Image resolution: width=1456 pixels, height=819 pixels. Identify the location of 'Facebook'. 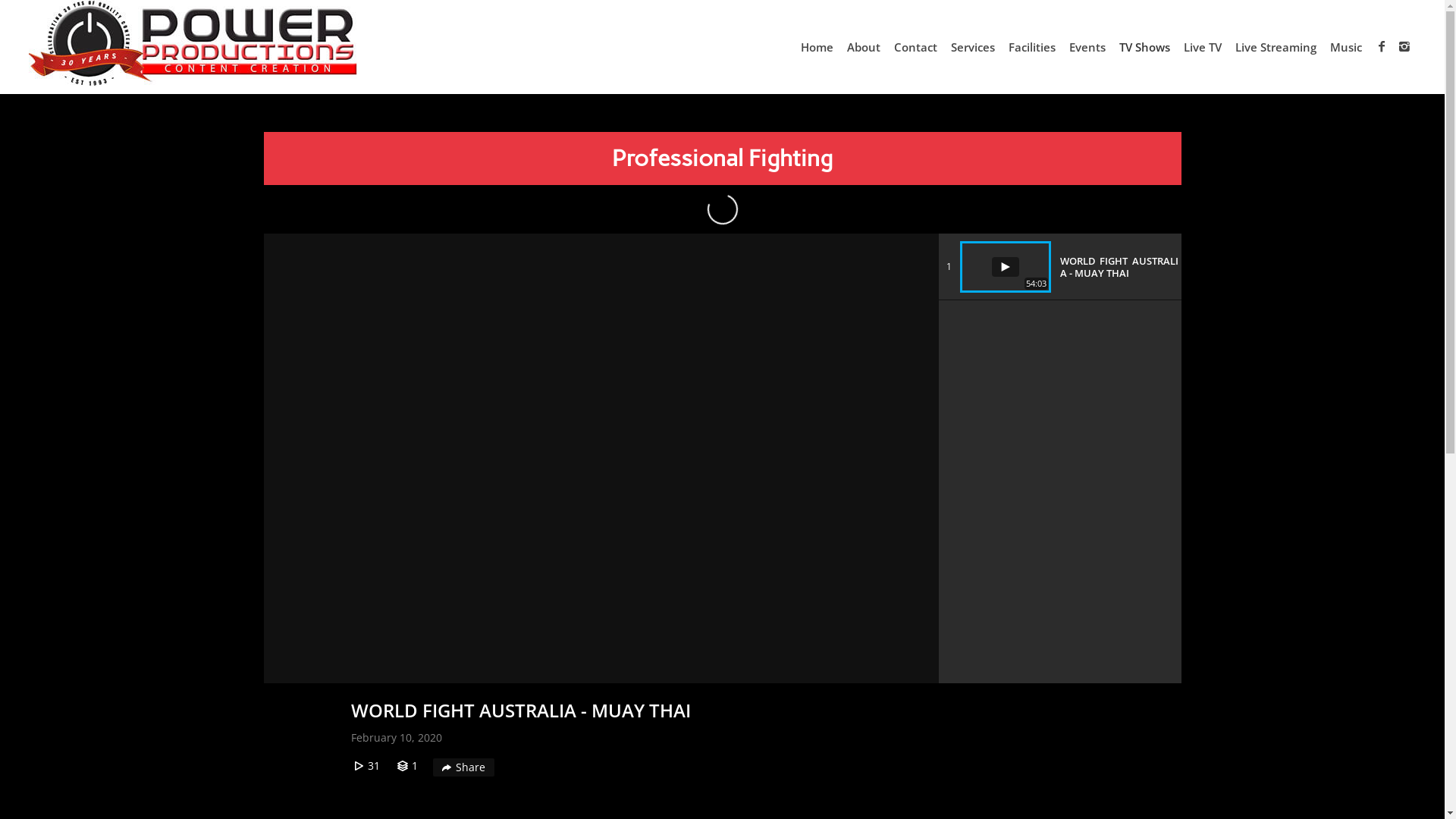
(1382, 45).